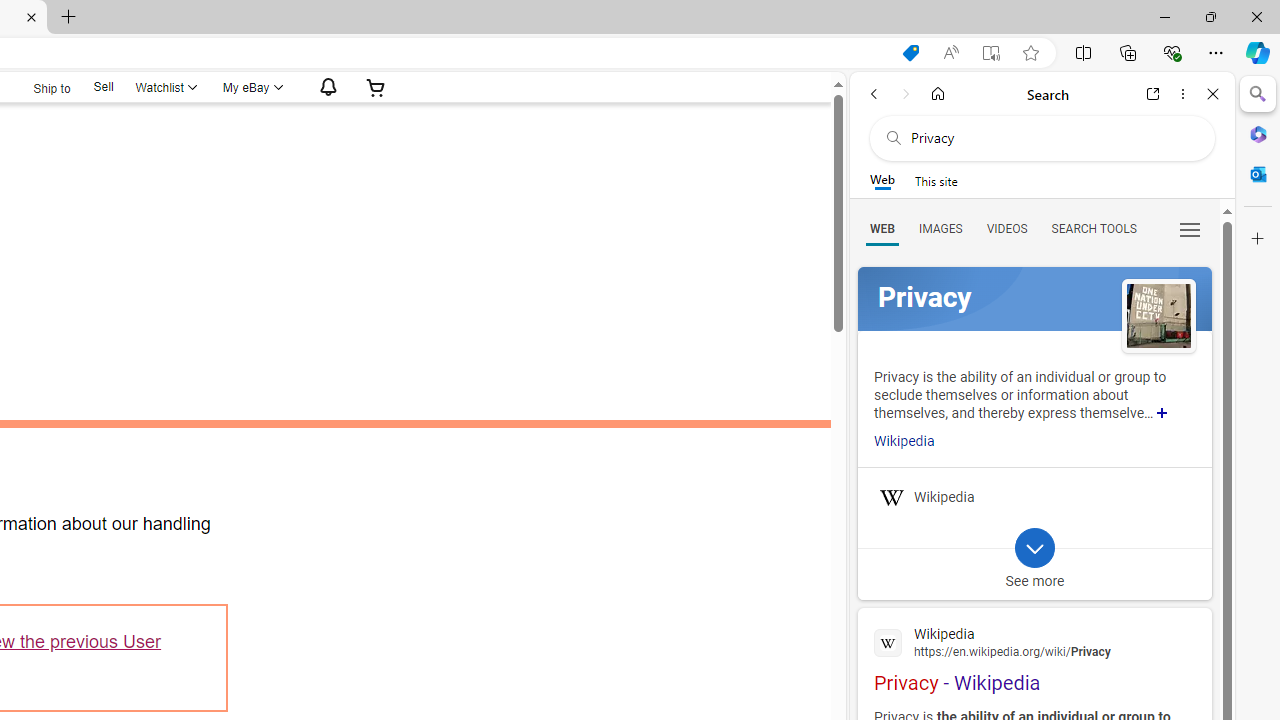  Describe the element at coordinates (881, 227) in the screenshot. I see `'WEB  '` at that location.